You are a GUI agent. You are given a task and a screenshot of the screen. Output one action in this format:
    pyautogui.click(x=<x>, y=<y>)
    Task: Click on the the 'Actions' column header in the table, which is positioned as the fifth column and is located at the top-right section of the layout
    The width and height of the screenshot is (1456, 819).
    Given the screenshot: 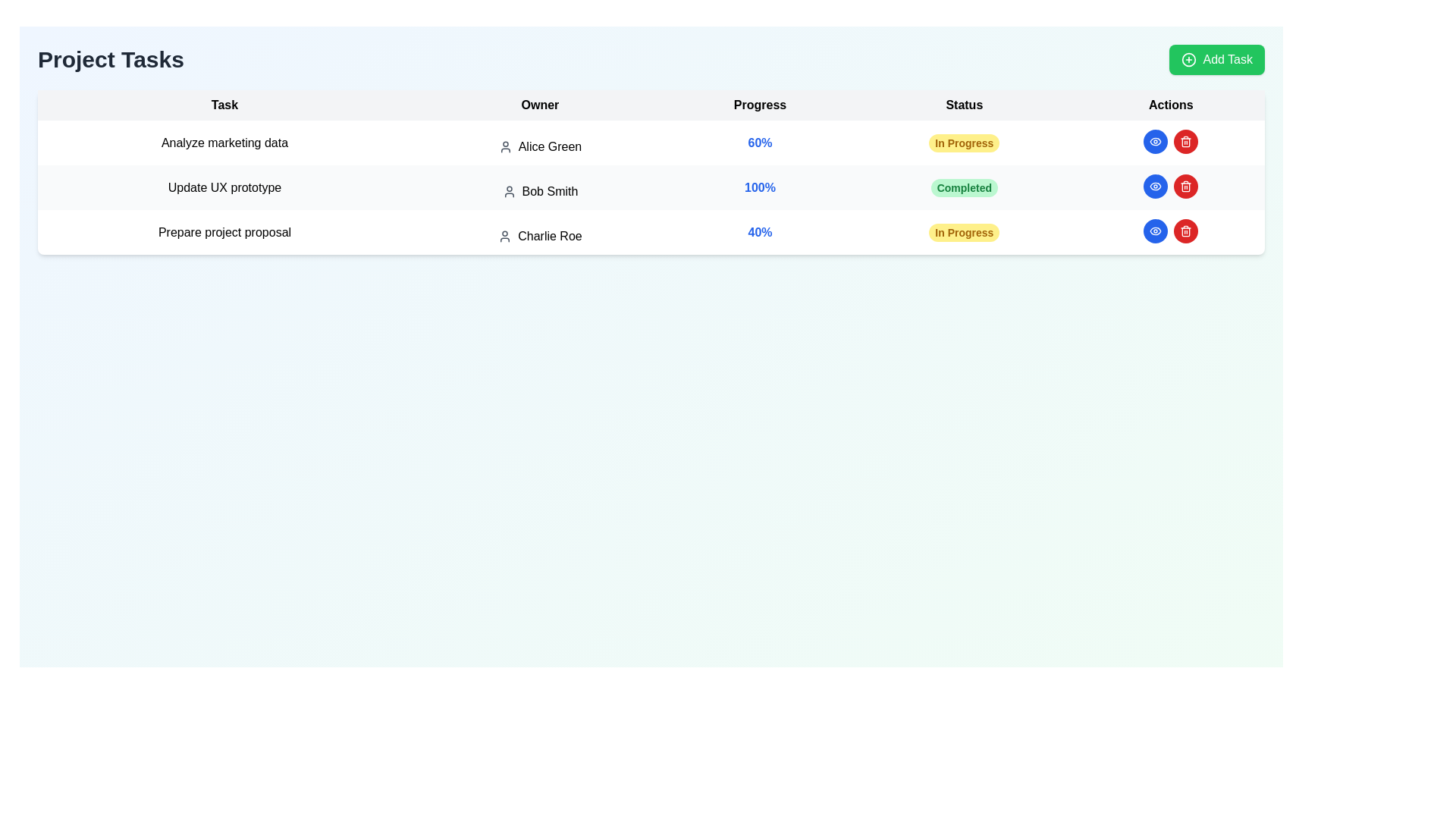 What is the action you would take?
    pyautogui.click(x=1170, y=104)
    